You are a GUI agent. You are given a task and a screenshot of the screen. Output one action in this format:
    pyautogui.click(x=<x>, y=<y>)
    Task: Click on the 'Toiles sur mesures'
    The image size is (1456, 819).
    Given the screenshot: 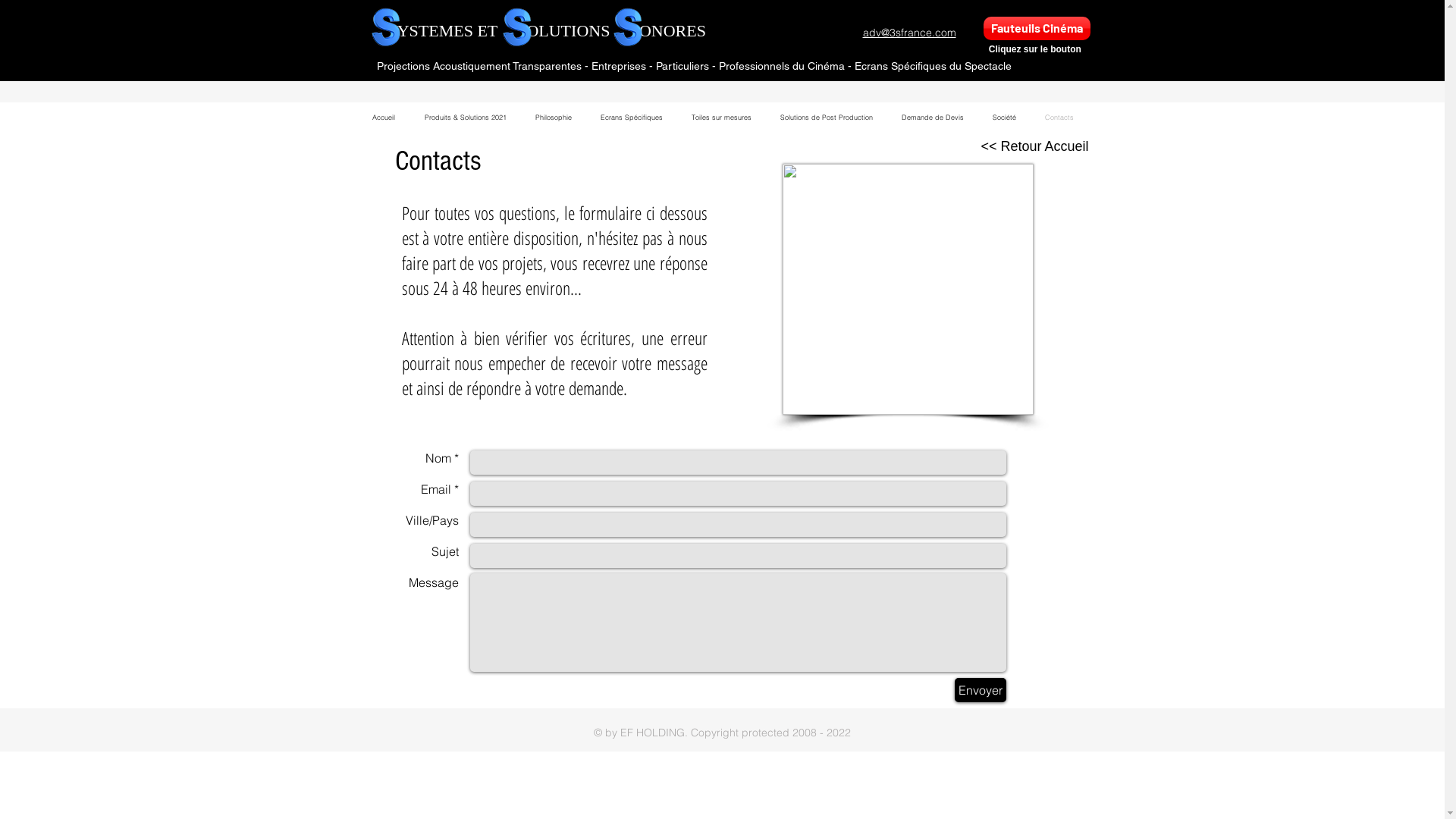 What is the action you would take?
    pyautogui.click(x=720, y=116)
    